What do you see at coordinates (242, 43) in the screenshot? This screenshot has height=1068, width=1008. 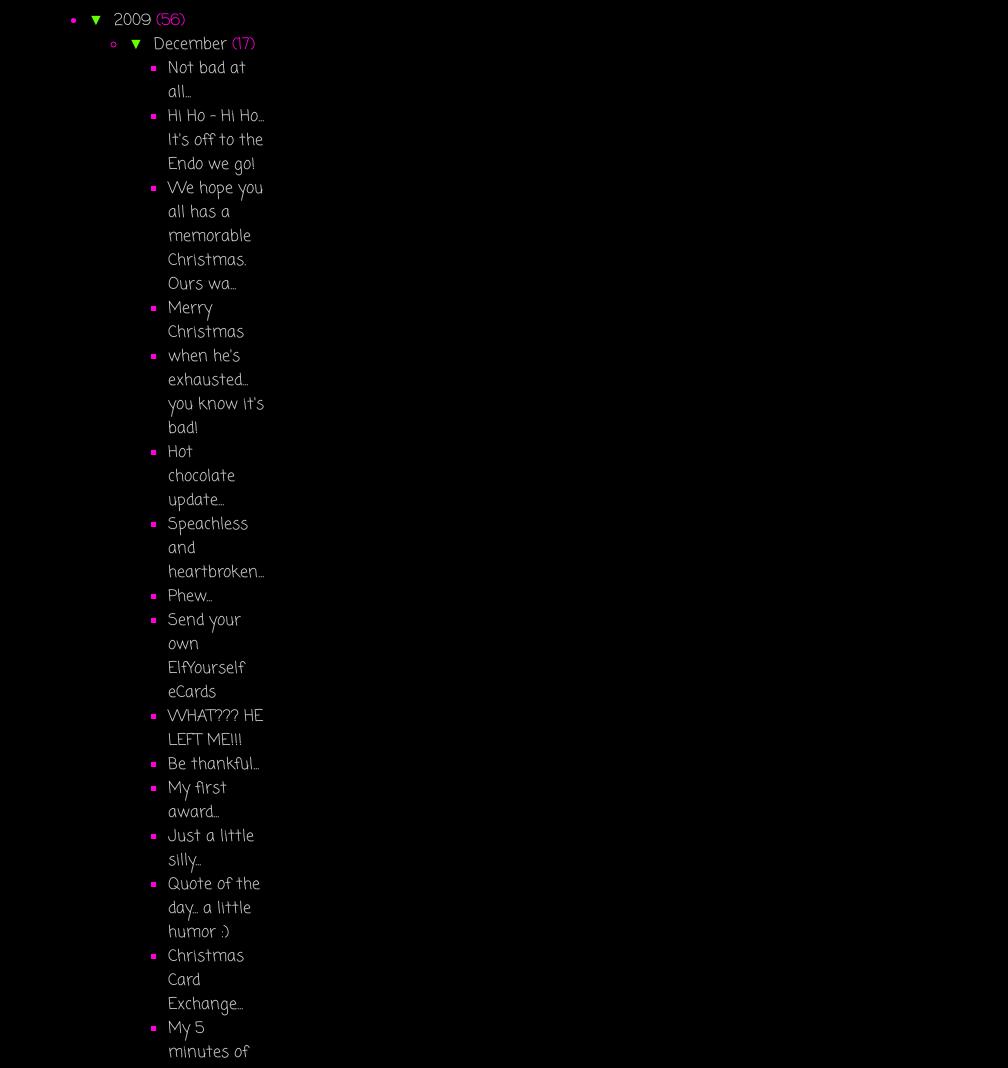 I see `'(17)'` at bounding box center [242, 43].